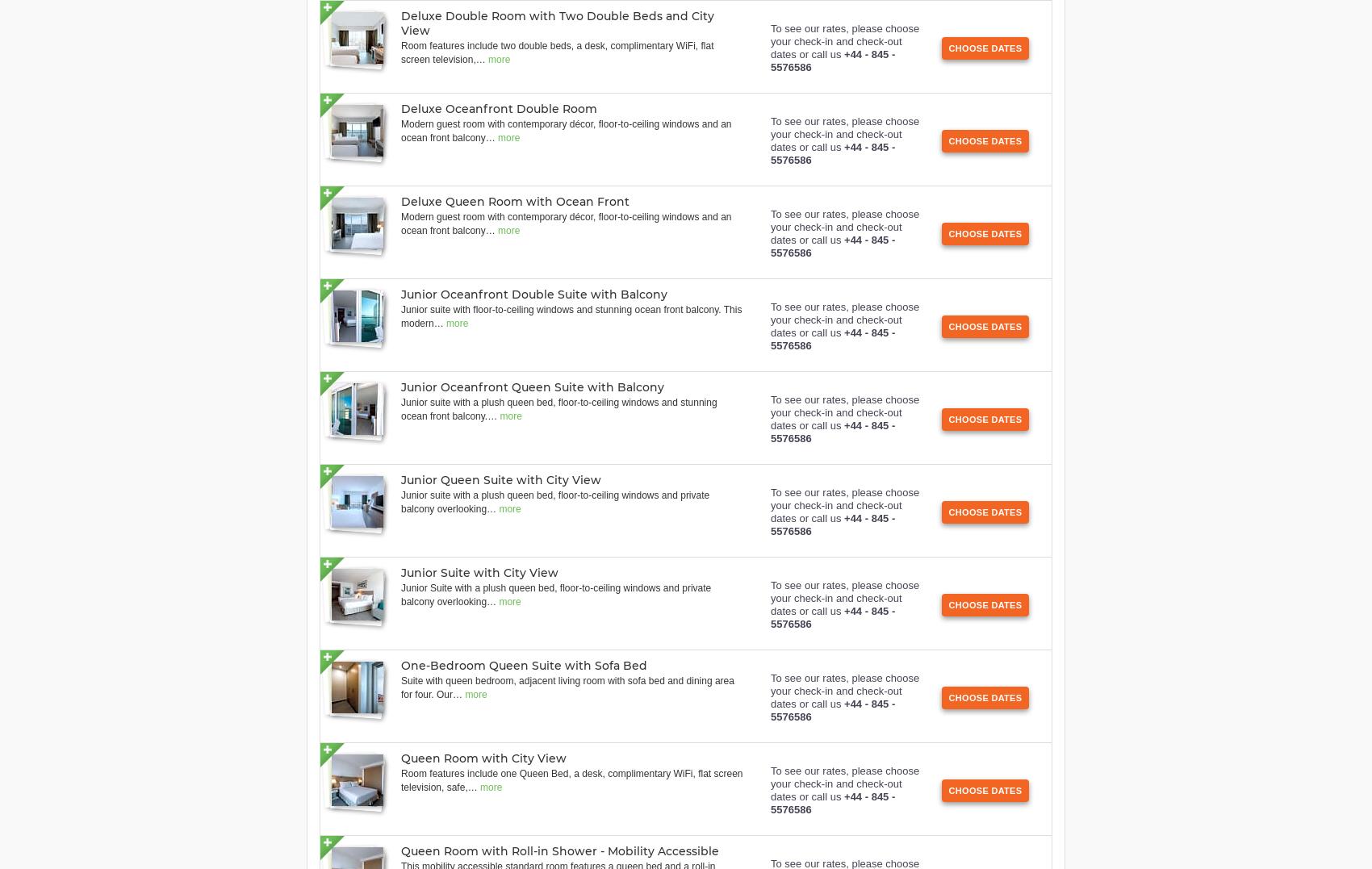 This screenshot has height=869, width=1372. What do you see at coordinates (567, 687) in the screenshot?
I see `'Suite with queen bedroom, adjacent living room with sofa bed and dining area for four. Our'` at bounding box center [567, 687].